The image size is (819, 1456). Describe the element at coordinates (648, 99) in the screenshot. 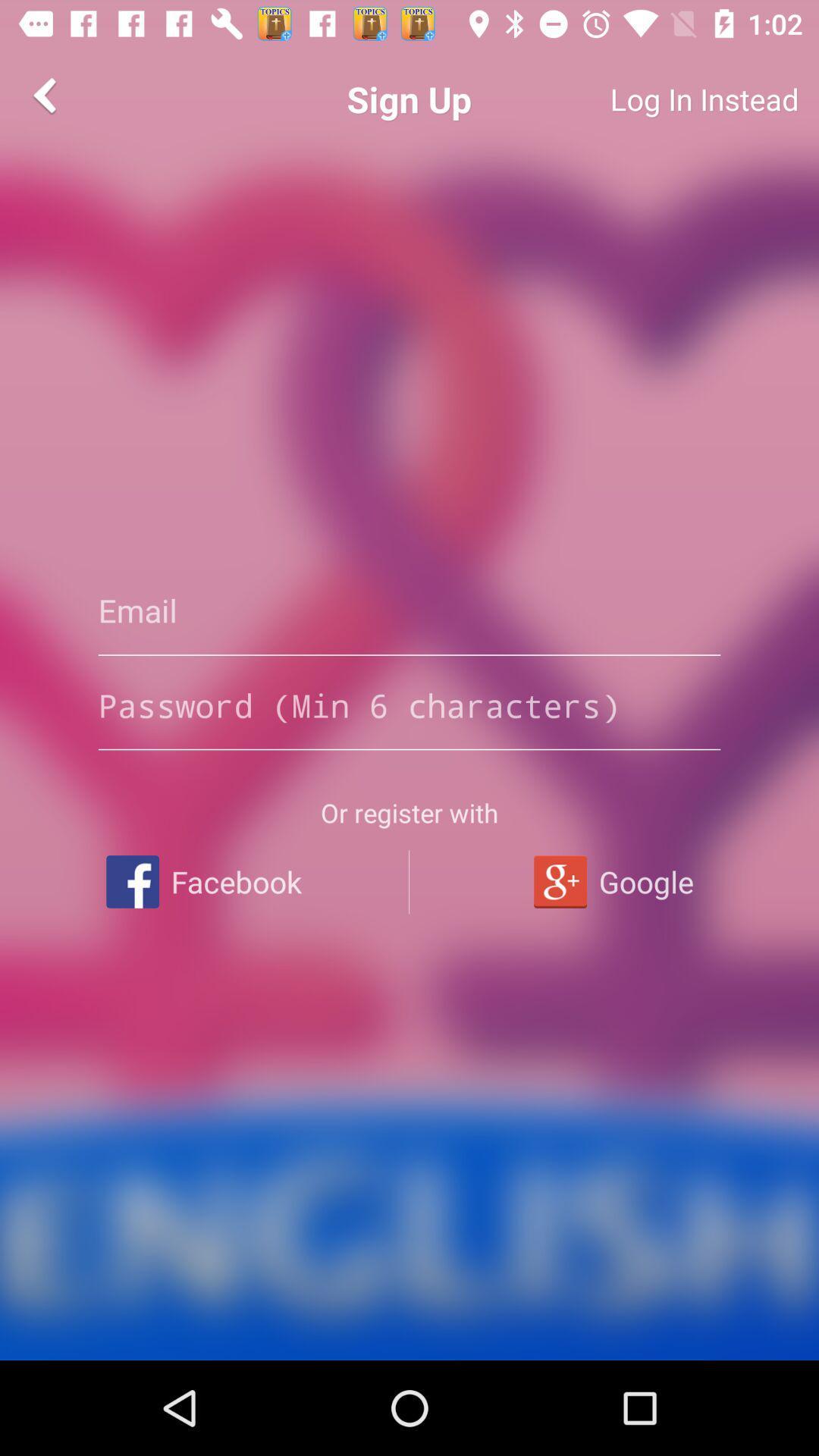

I see `the item next to the sign up item` at that location.